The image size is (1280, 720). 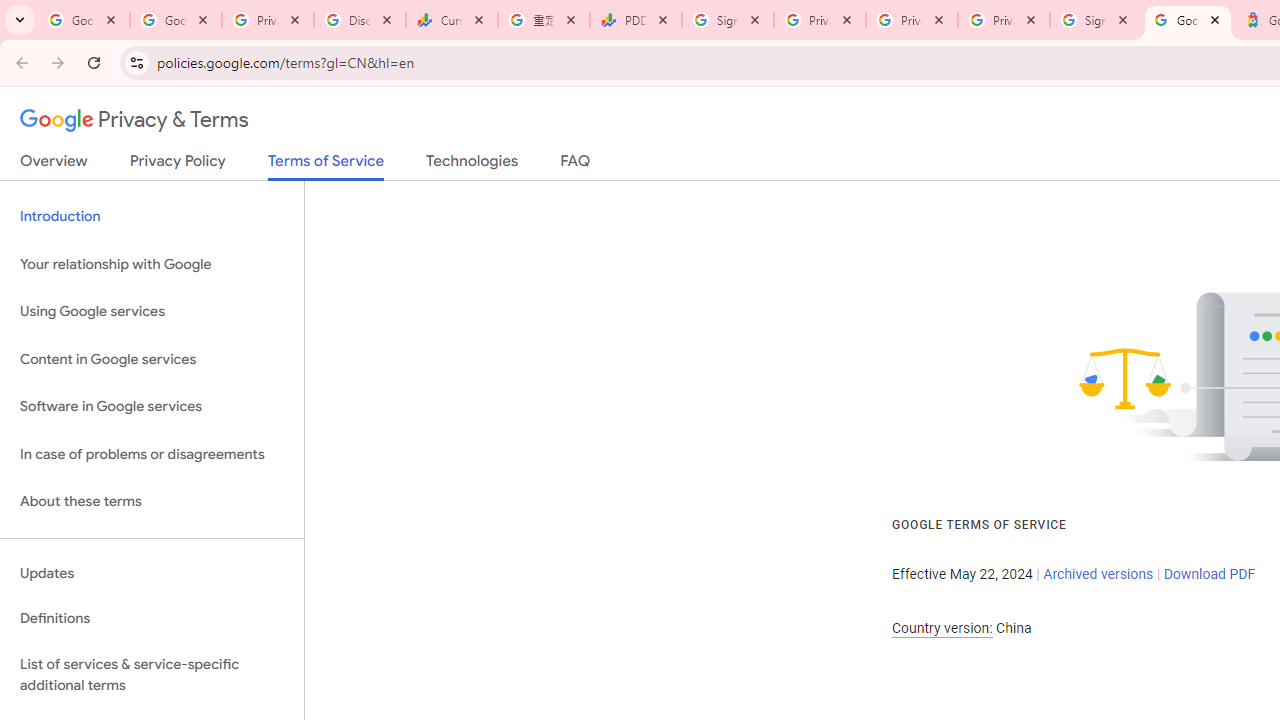 I want to click on 'Definitions', so click(x=151, y=618).